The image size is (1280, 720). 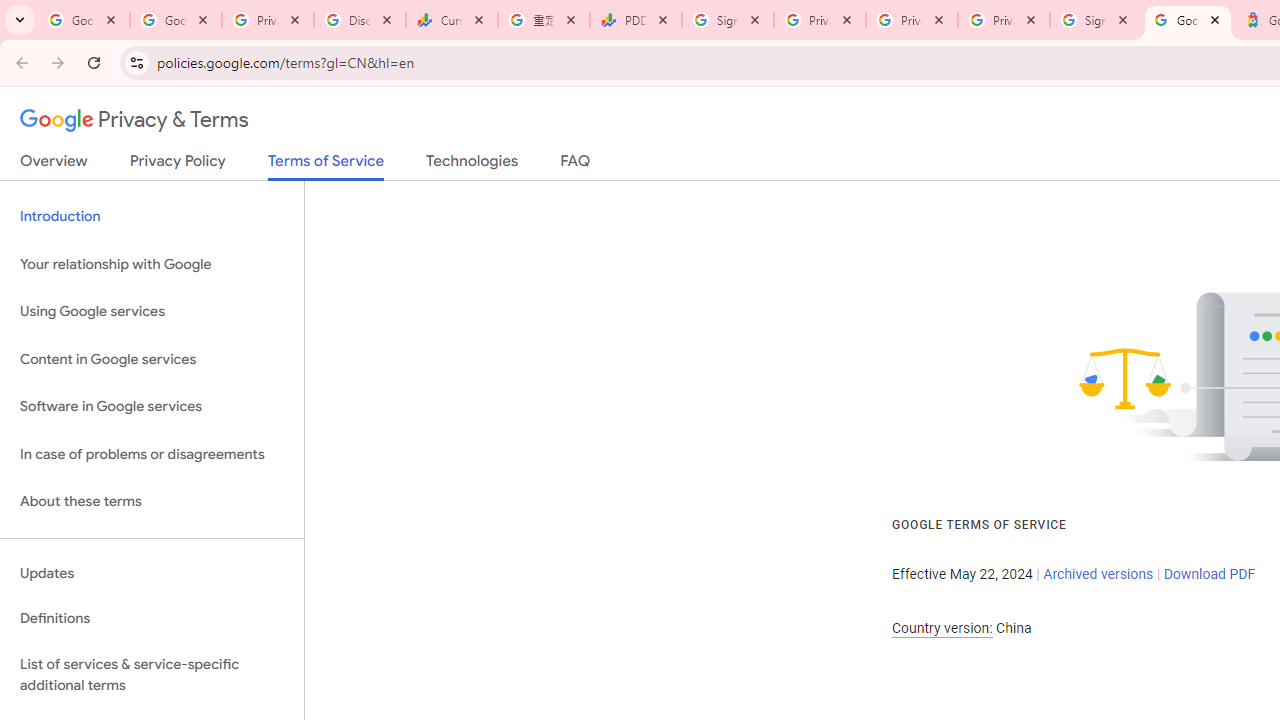 I want to click on 'Definitions', so click(x=151, y=618).